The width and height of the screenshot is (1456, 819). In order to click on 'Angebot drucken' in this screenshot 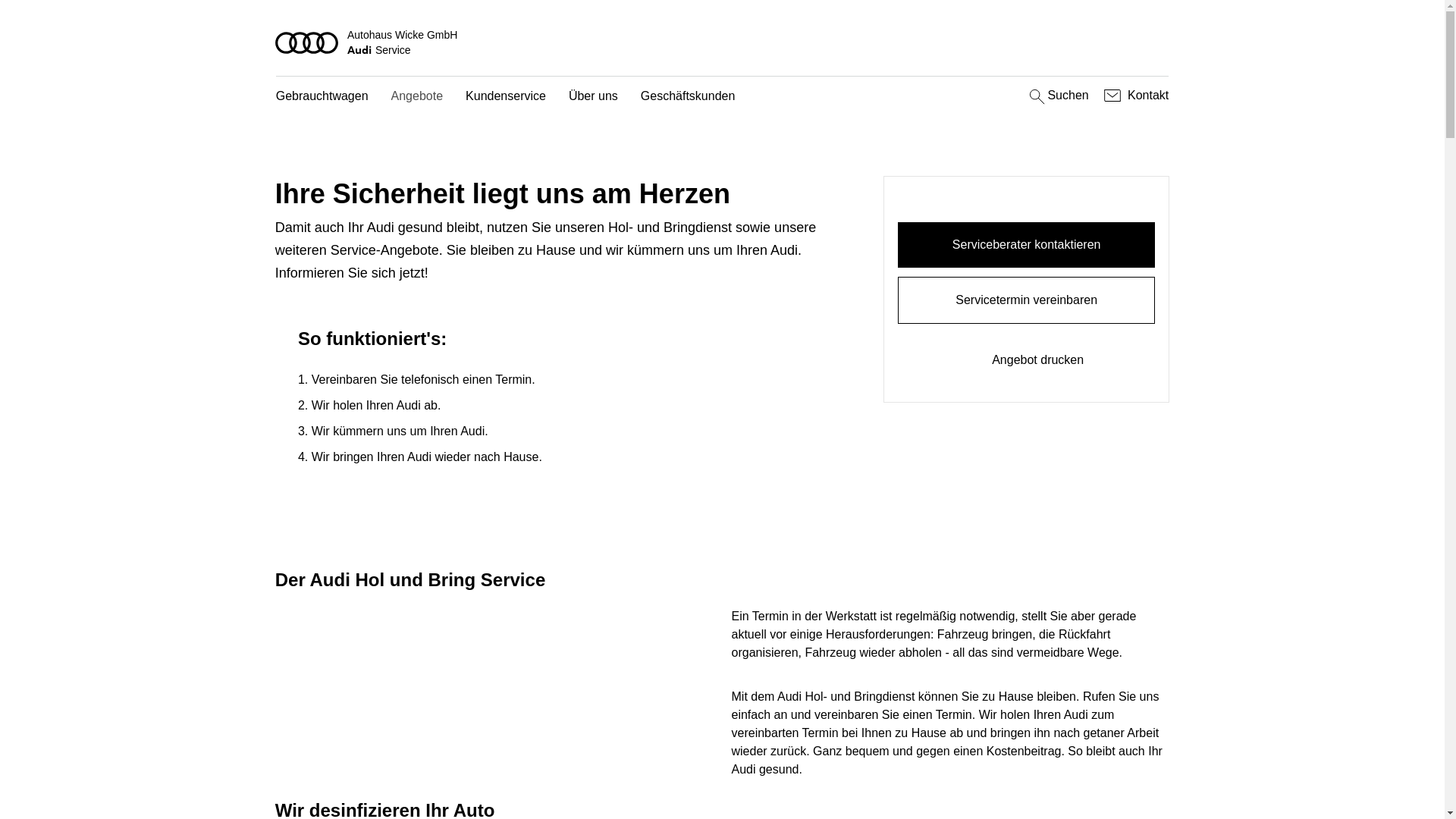, I will do `click(1026, 359)`.